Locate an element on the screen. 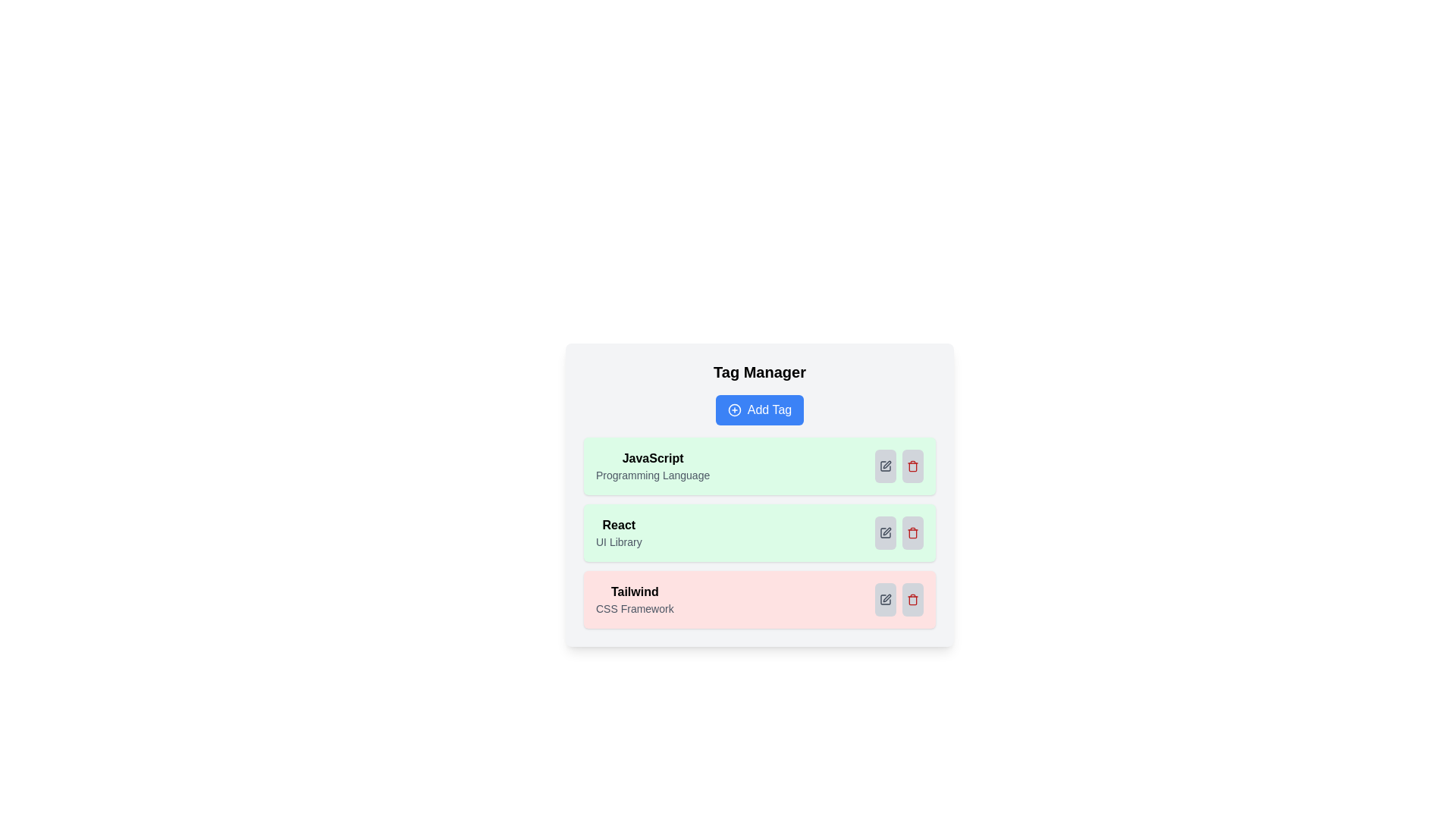 This screenshot has height=819, width=1456. the edit icon of the tag with name JavaScript to toggle its active state is located at coordinates (885, 465).